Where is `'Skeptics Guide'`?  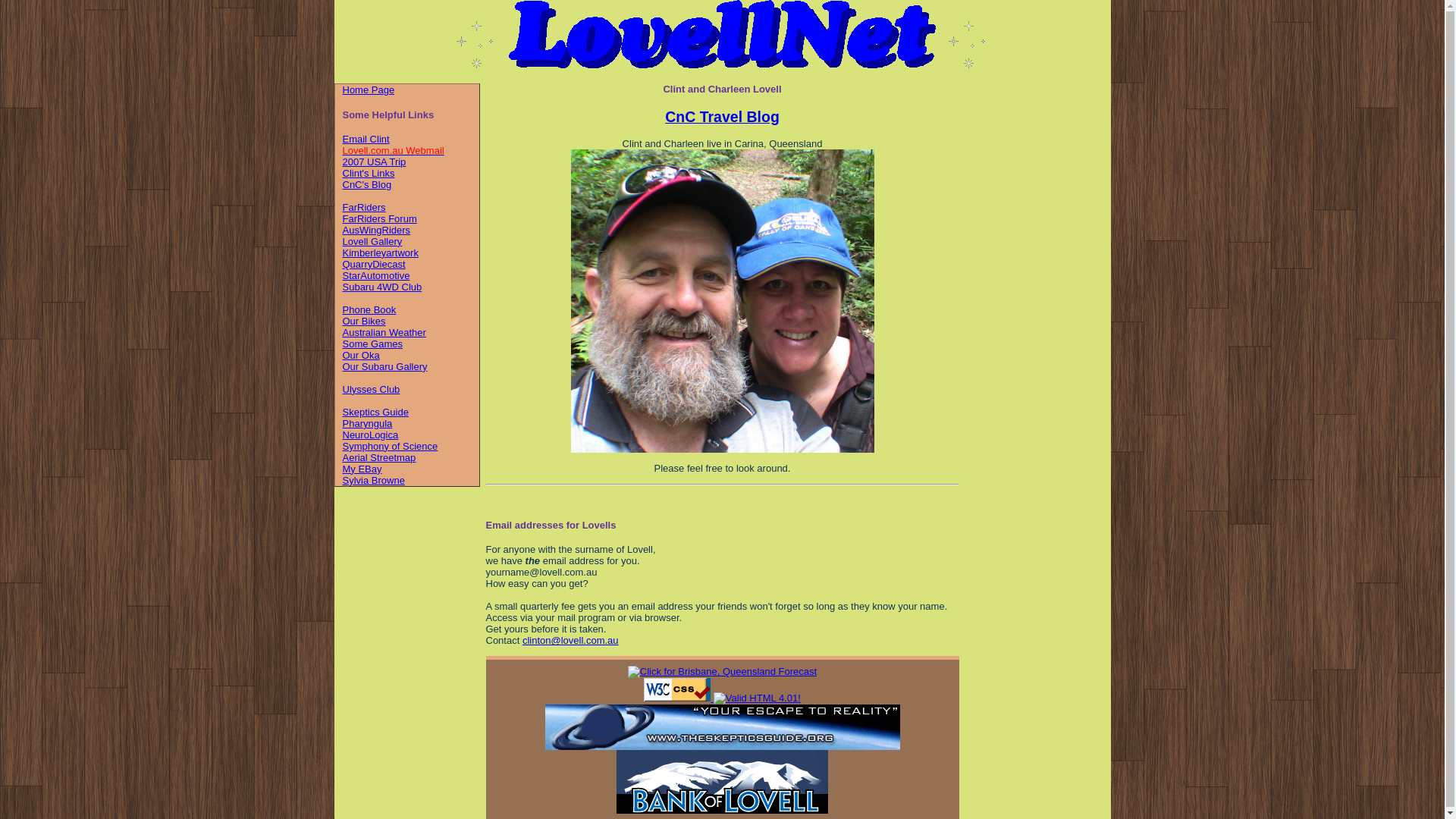
'Skeptics Guide' is located at coordinates (375, 412).